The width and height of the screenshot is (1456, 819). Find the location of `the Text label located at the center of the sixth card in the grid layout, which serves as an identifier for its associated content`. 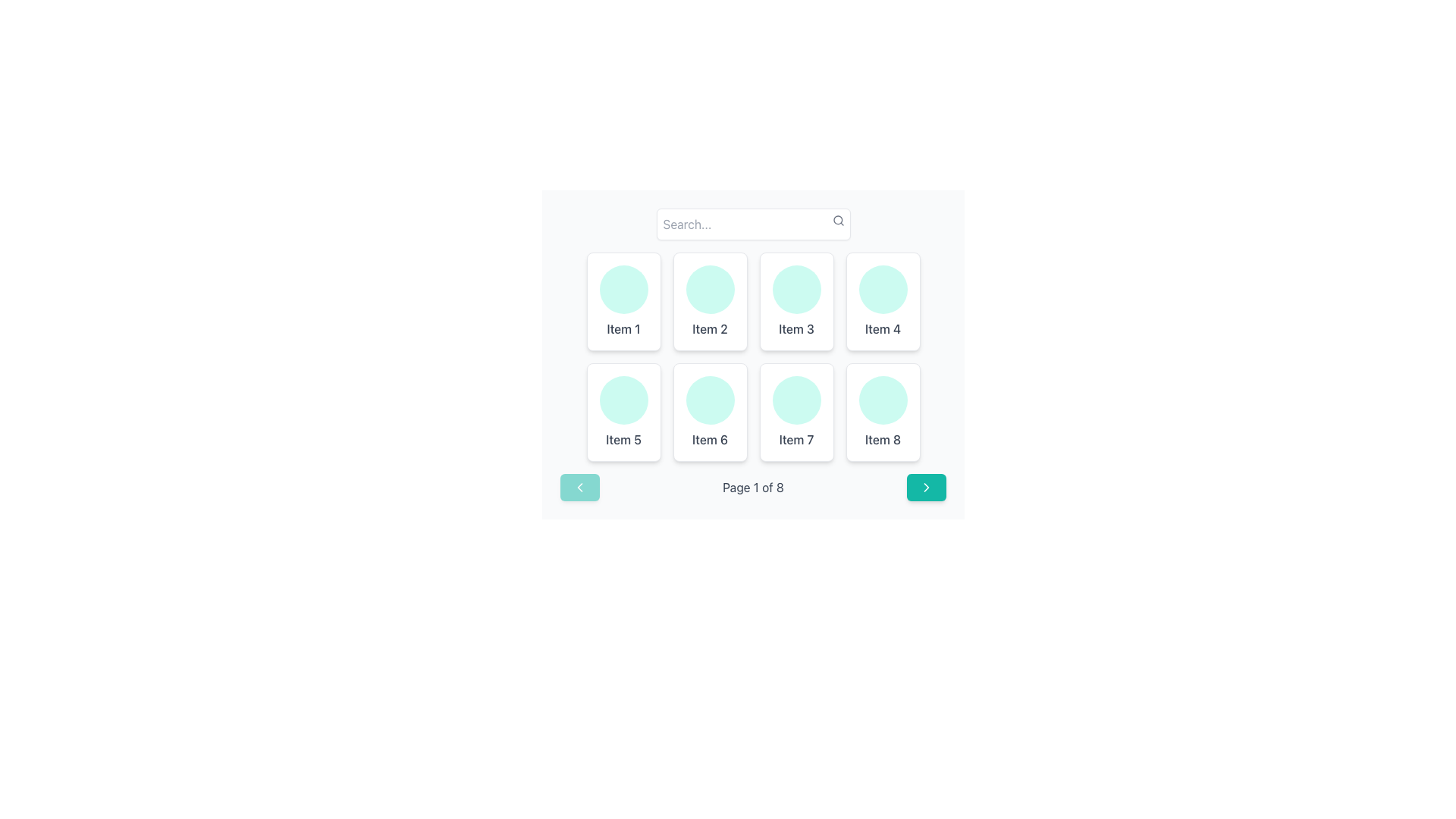

the Text label located at the center of the sixth card in the grid layout, which serves as an identifier for its associated content is located at coordinates (709, 439).